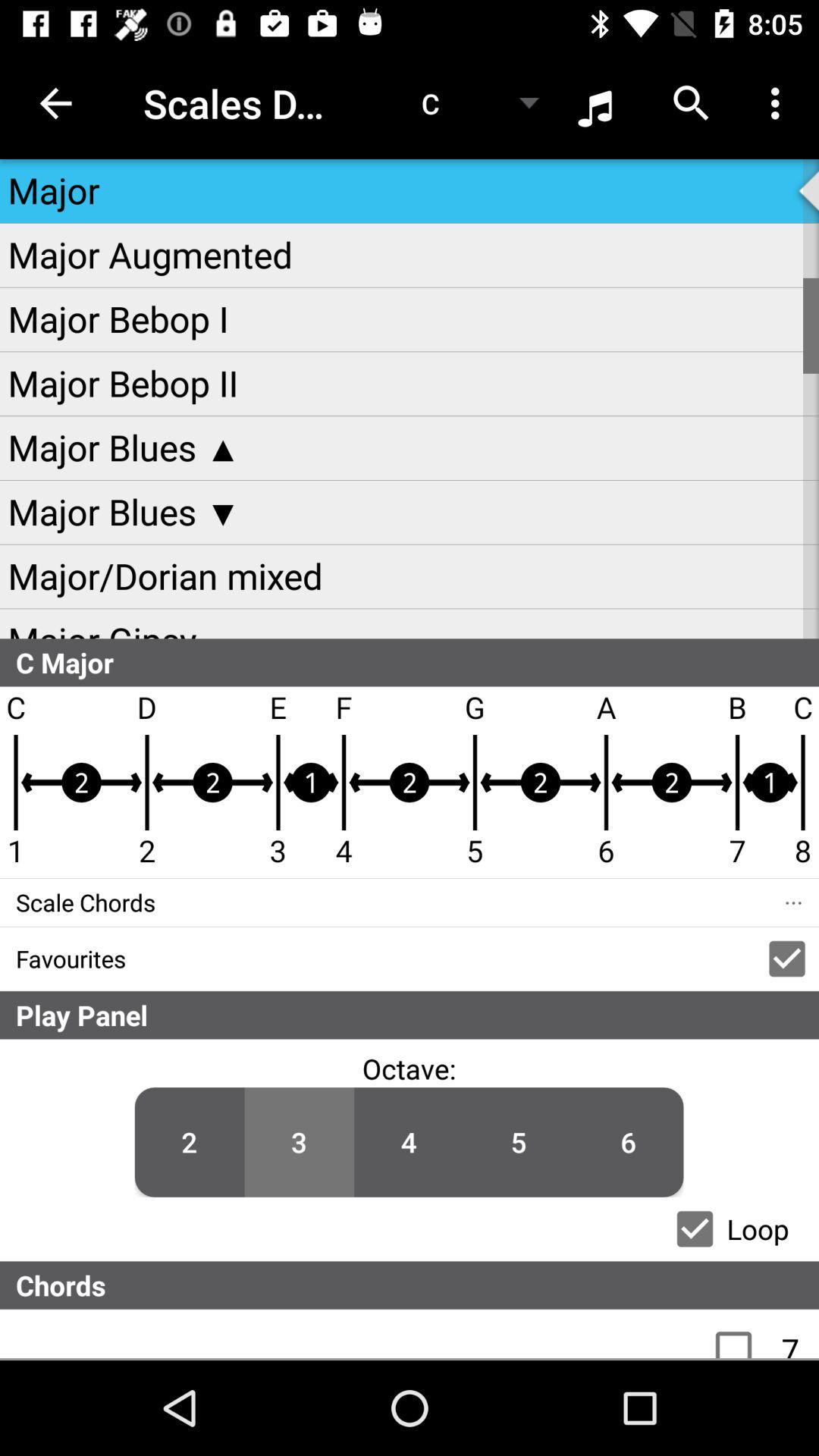 The width and height of the screenshot is (819, 1456). Describe the element at coordinates (741, 1332) in the screenshot. I see `the check box which is immediately below chords` at that location.